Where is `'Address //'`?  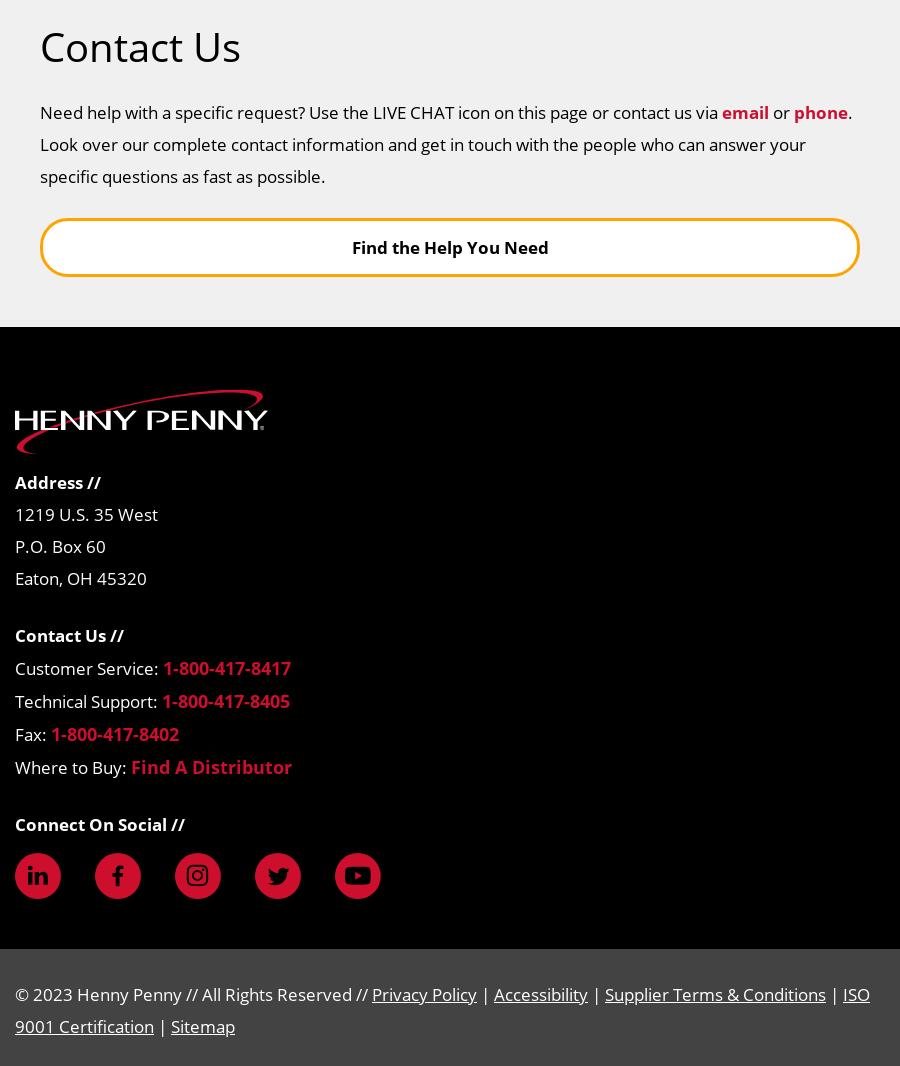 'Address //' is located at coordinates (14, 481).